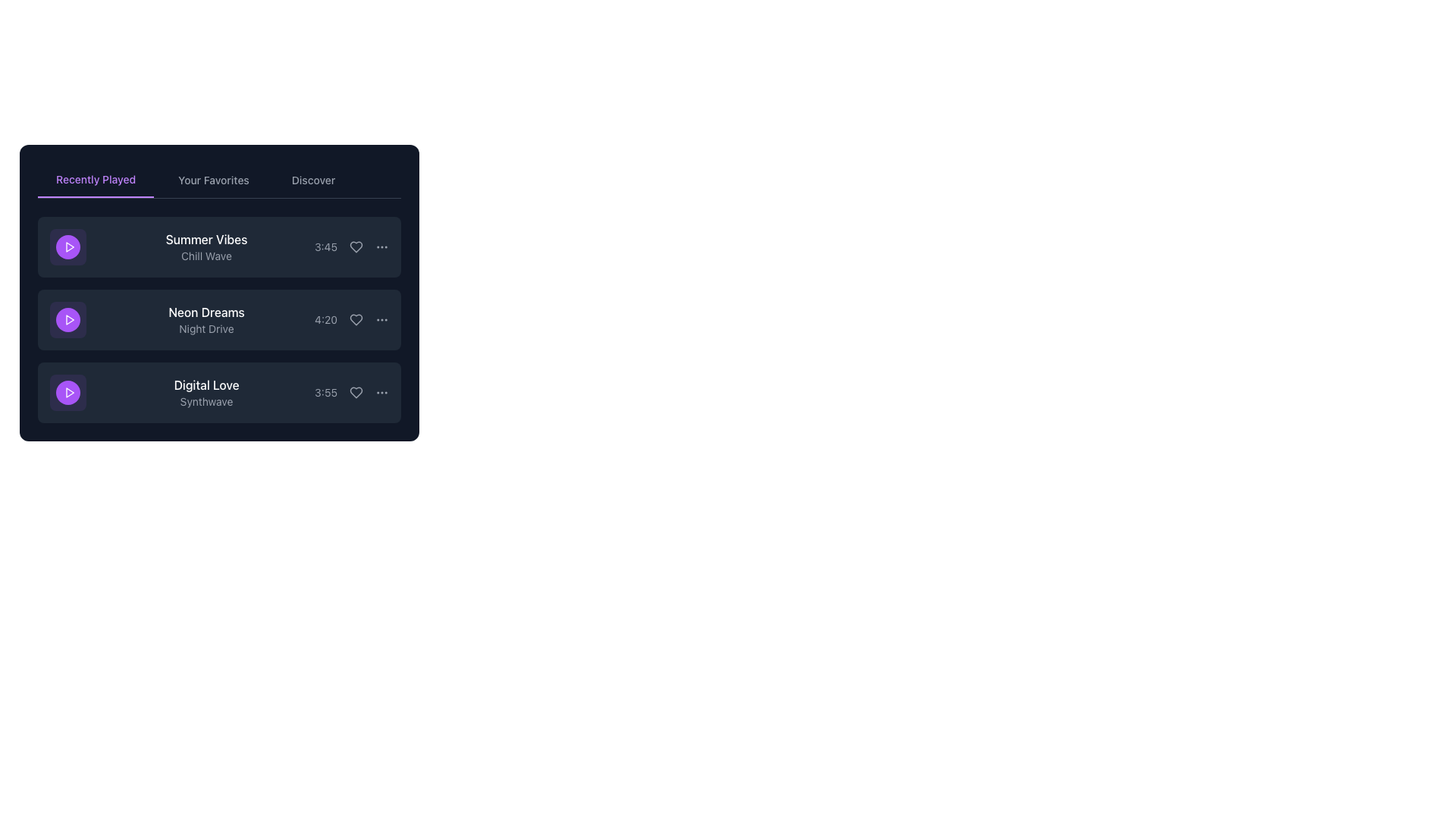 The height and width of the screenshot is (819, 1456). What do you see at coordinates (69, 318) in the screenshot?
I see `the play button icon for the 'Neon Dreams - Night Drive' song, which is a triangular purple icon with a white outline` at bounding box center [69, 318].